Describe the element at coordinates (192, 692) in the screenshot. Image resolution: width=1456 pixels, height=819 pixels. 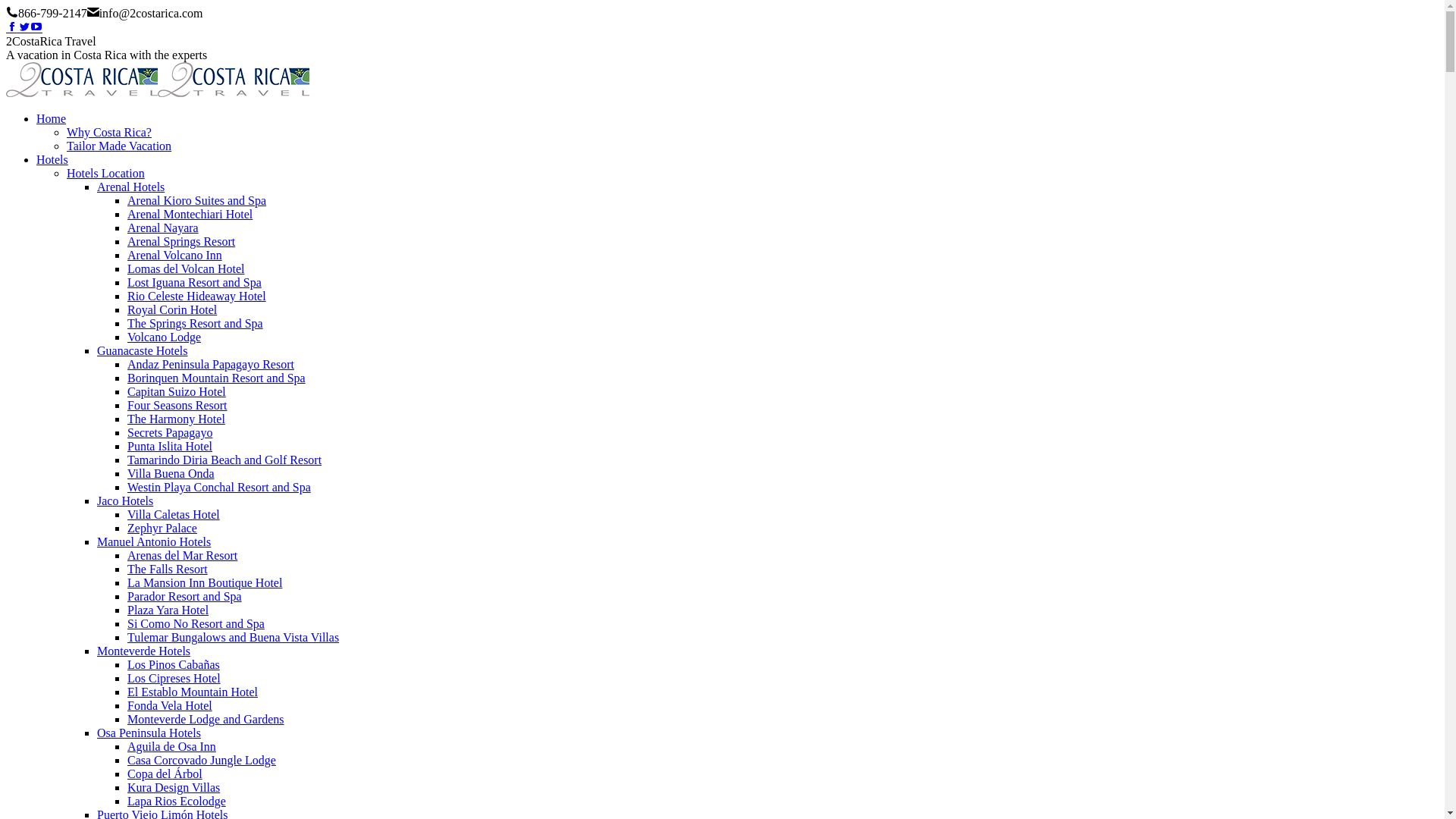
I see `'El Establo Mountain Hotel'` at that location.